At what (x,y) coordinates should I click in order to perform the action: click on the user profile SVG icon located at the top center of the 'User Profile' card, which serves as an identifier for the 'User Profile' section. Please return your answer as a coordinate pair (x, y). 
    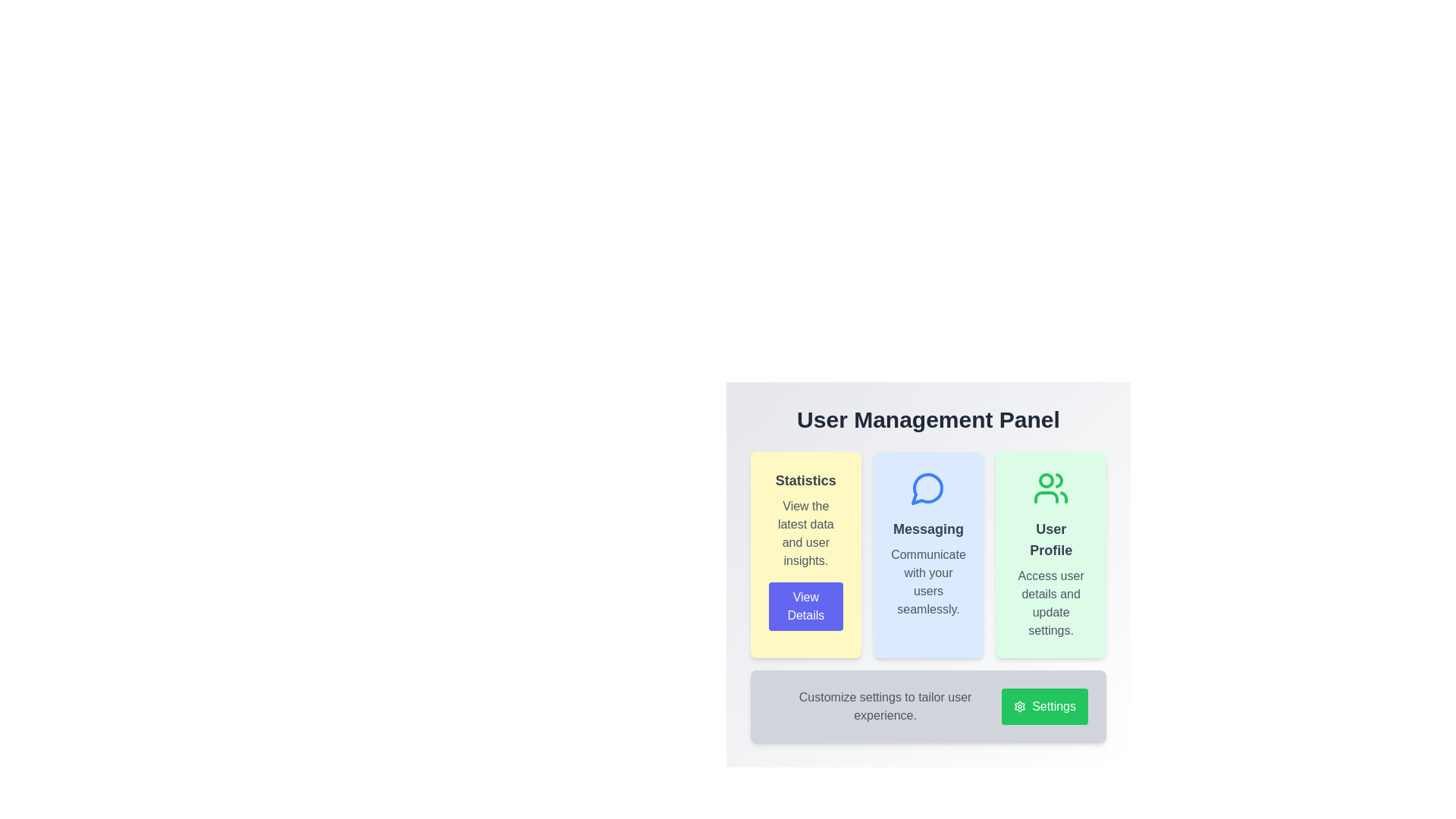
    Looking at the image, I should click on (1050, 488).